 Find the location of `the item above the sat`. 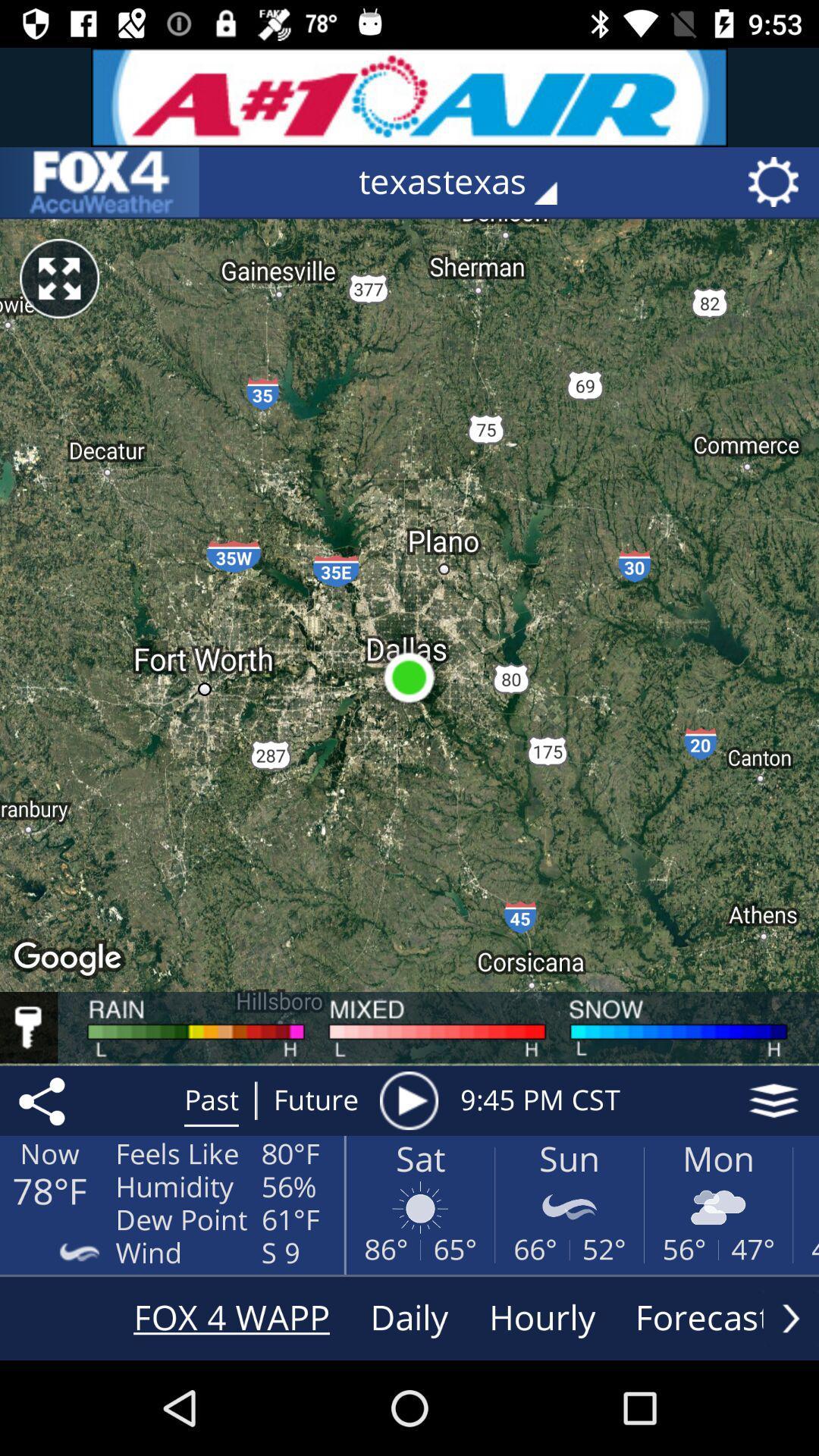

the item above the sat is located at coordinates (408, 1100).